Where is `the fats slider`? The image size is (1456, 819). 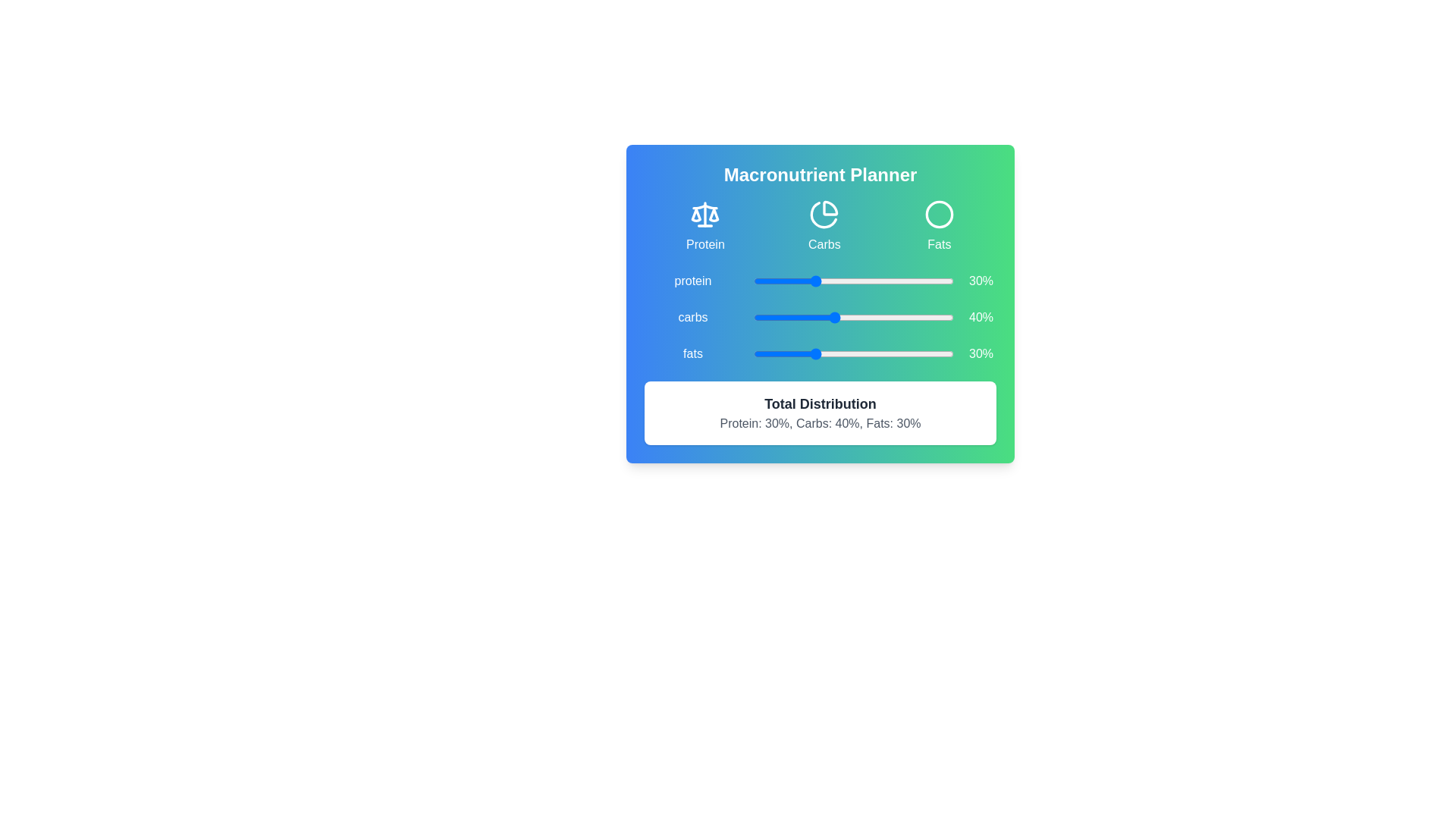 the fats slider is located at coordinates (817, 353).